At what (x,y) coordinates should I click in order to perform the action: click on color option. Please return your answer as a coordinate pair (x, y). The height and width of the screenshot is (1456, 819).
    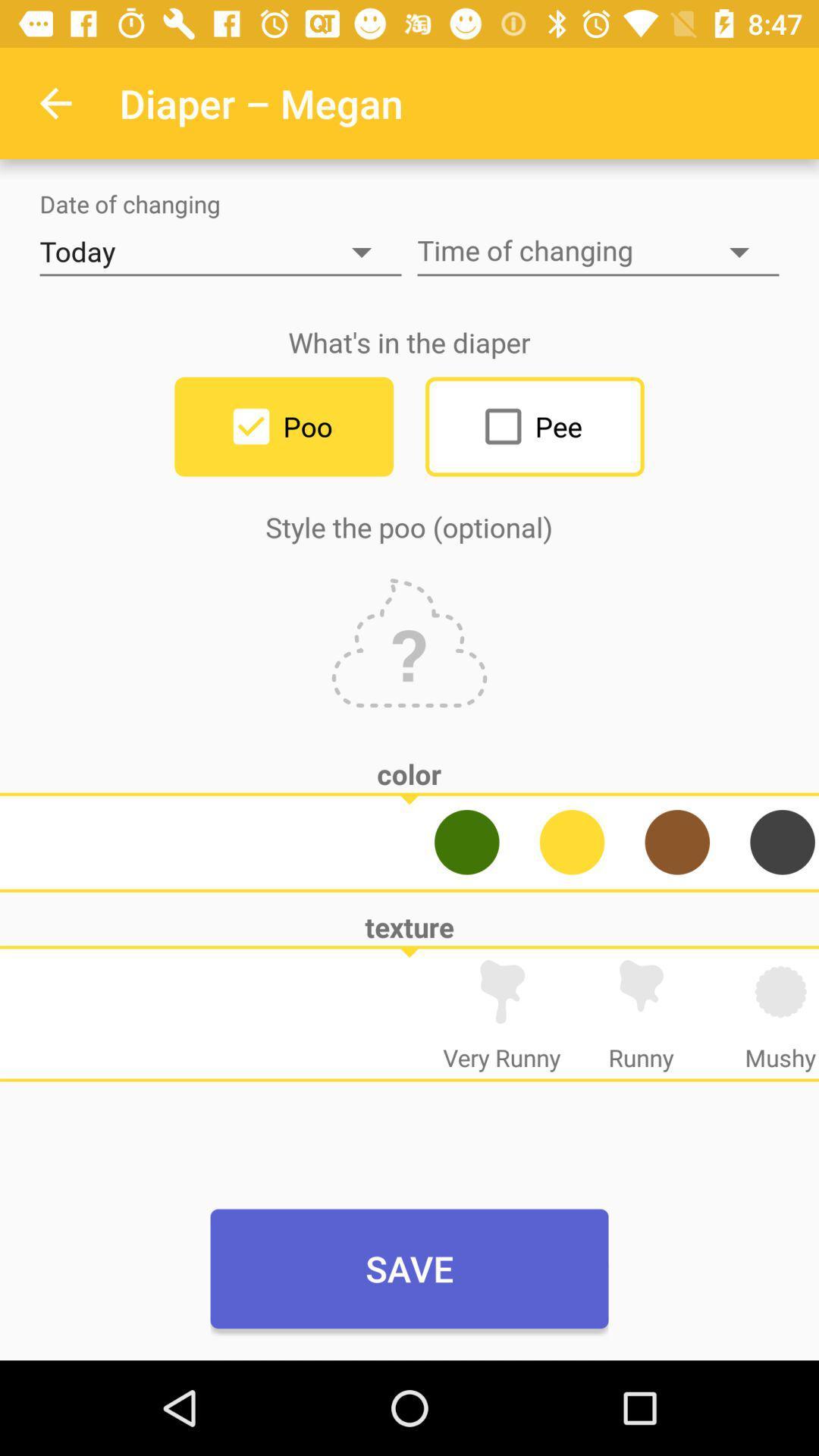
    Looking at the image, I should click on (572, 841).